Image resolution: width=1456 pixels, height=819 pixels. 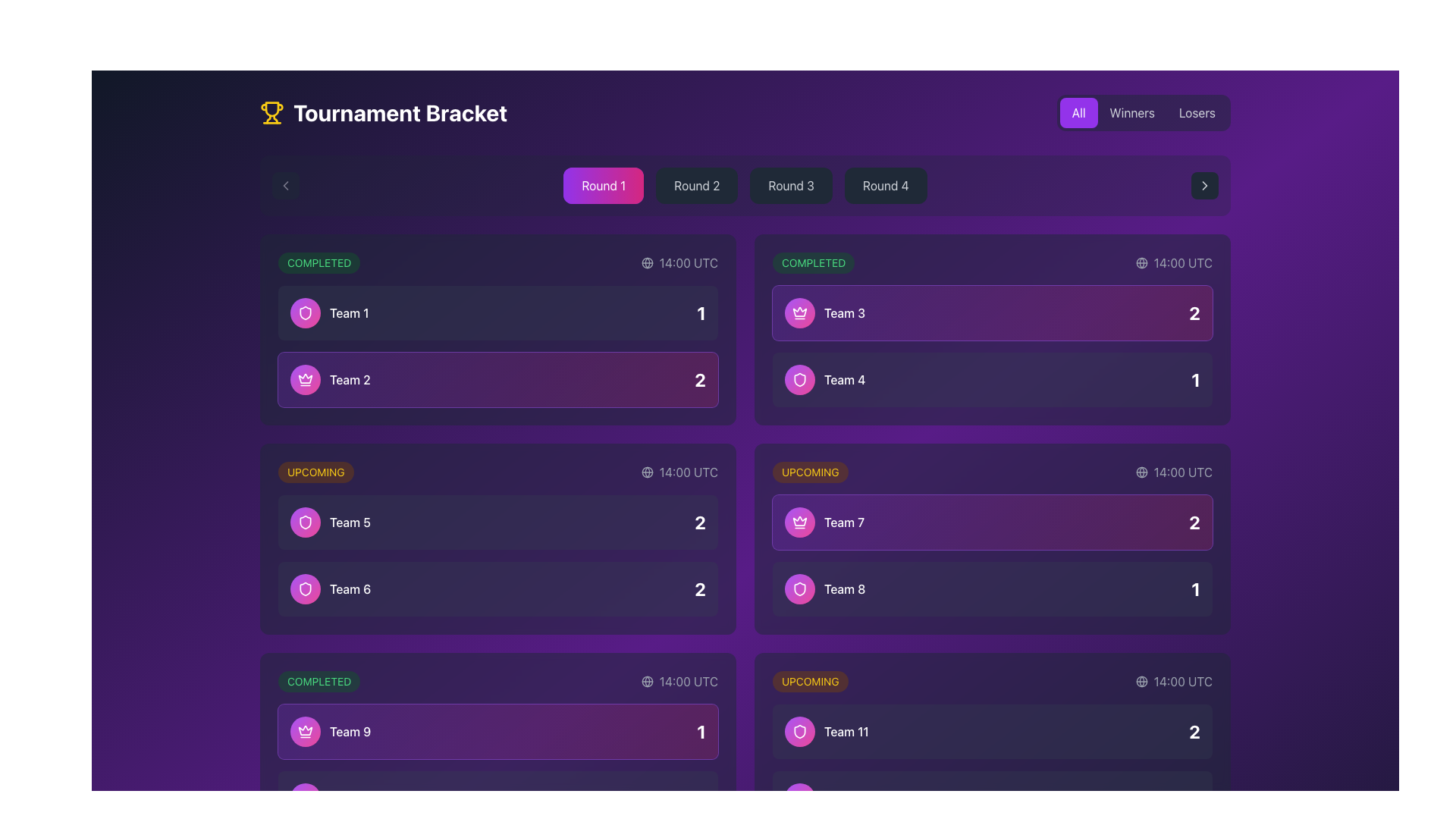 I want to click on the small rounded rectangle button with a dark gray background and a right-pointing chevron arrow icon for keyboard navigation, so click(x=1203, y=185).